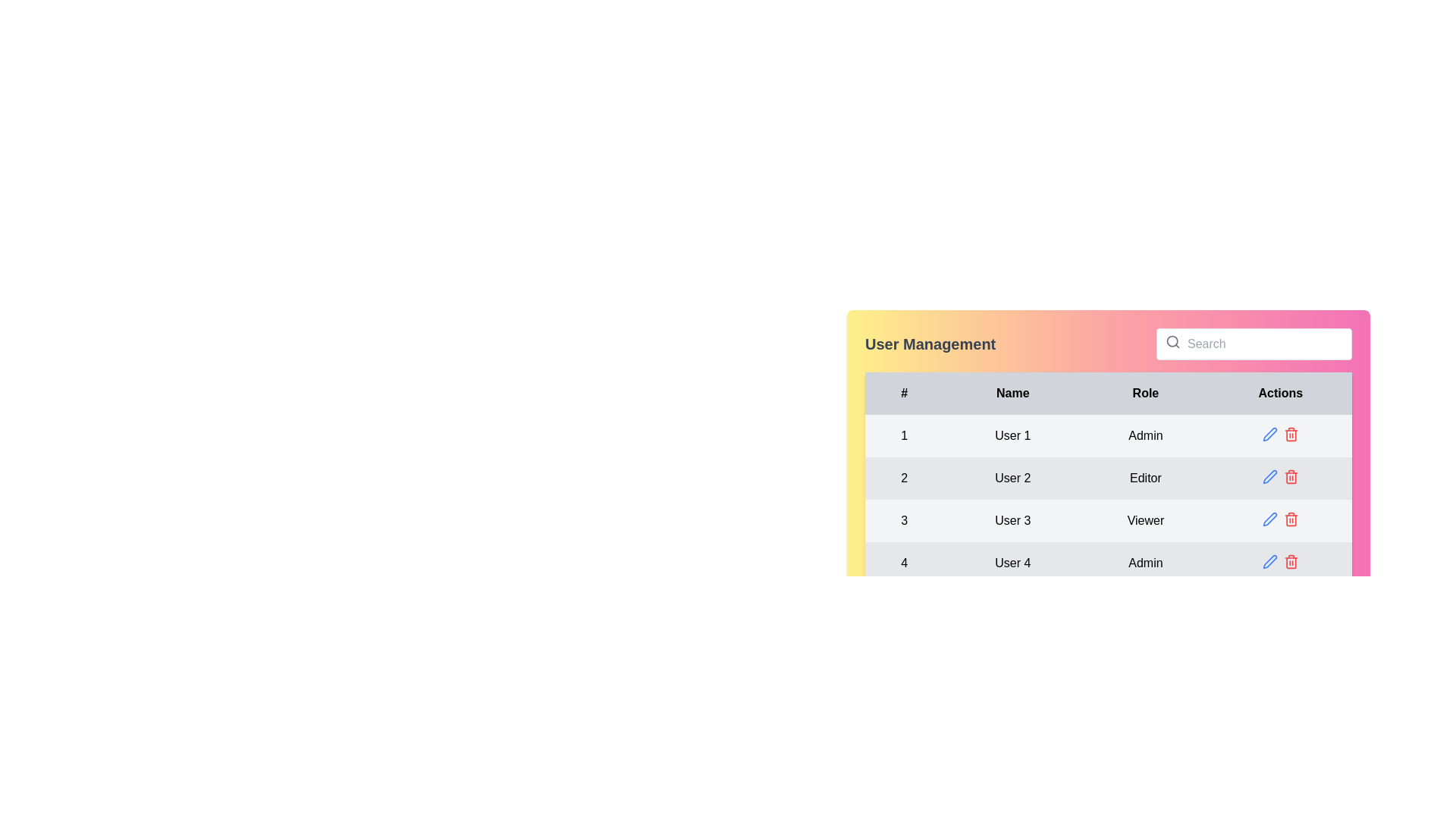  I want to click on the icon button to initiate editing actions for 'User 4' in the last row of the table, so click(1269, 561).